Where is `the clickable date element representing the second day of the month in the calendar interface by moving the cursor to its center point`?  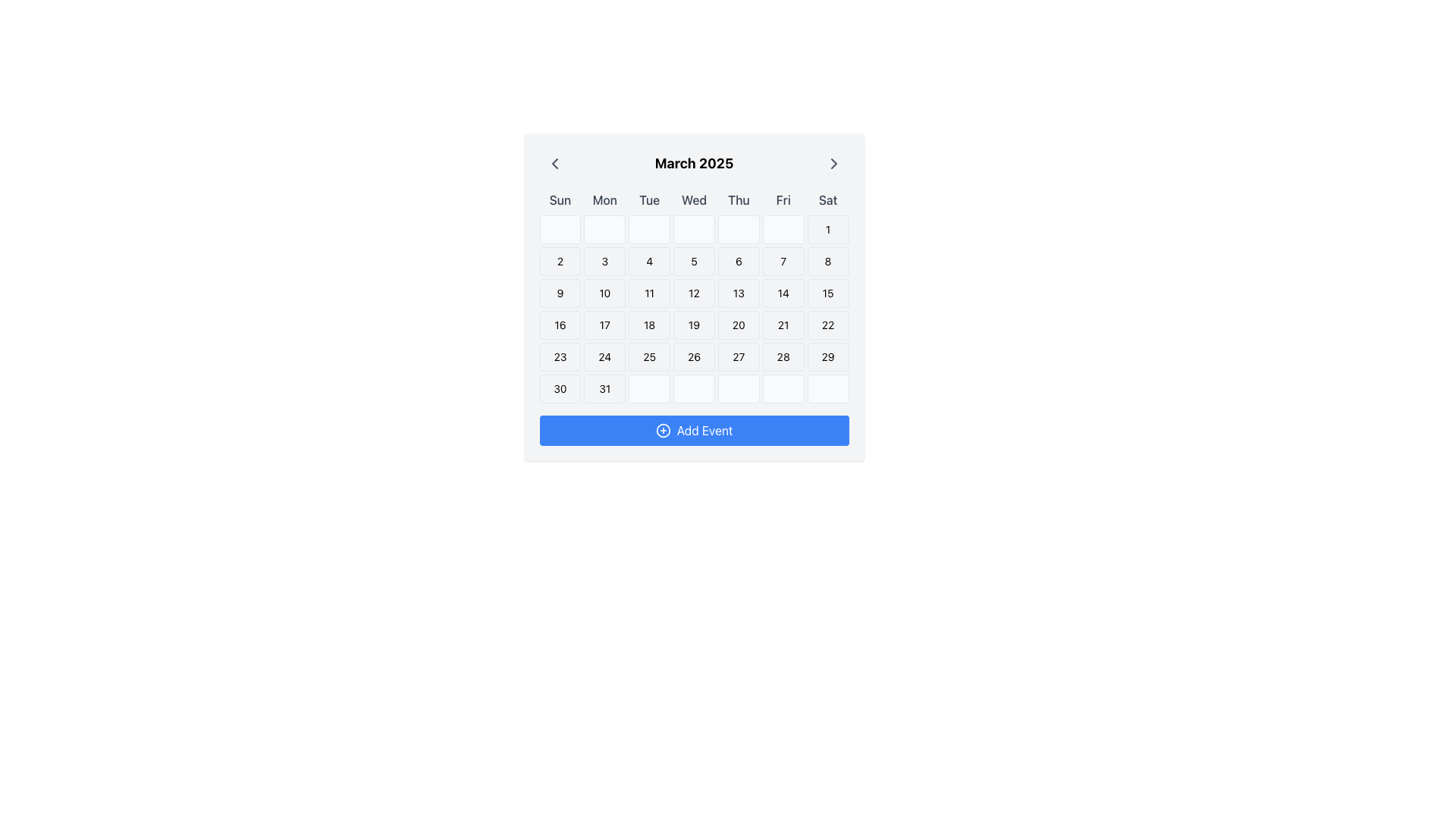
the clickable date element representing the second day of the month in the calendar interface by moving the cursor to its center point is located at coordinates (560, 260).